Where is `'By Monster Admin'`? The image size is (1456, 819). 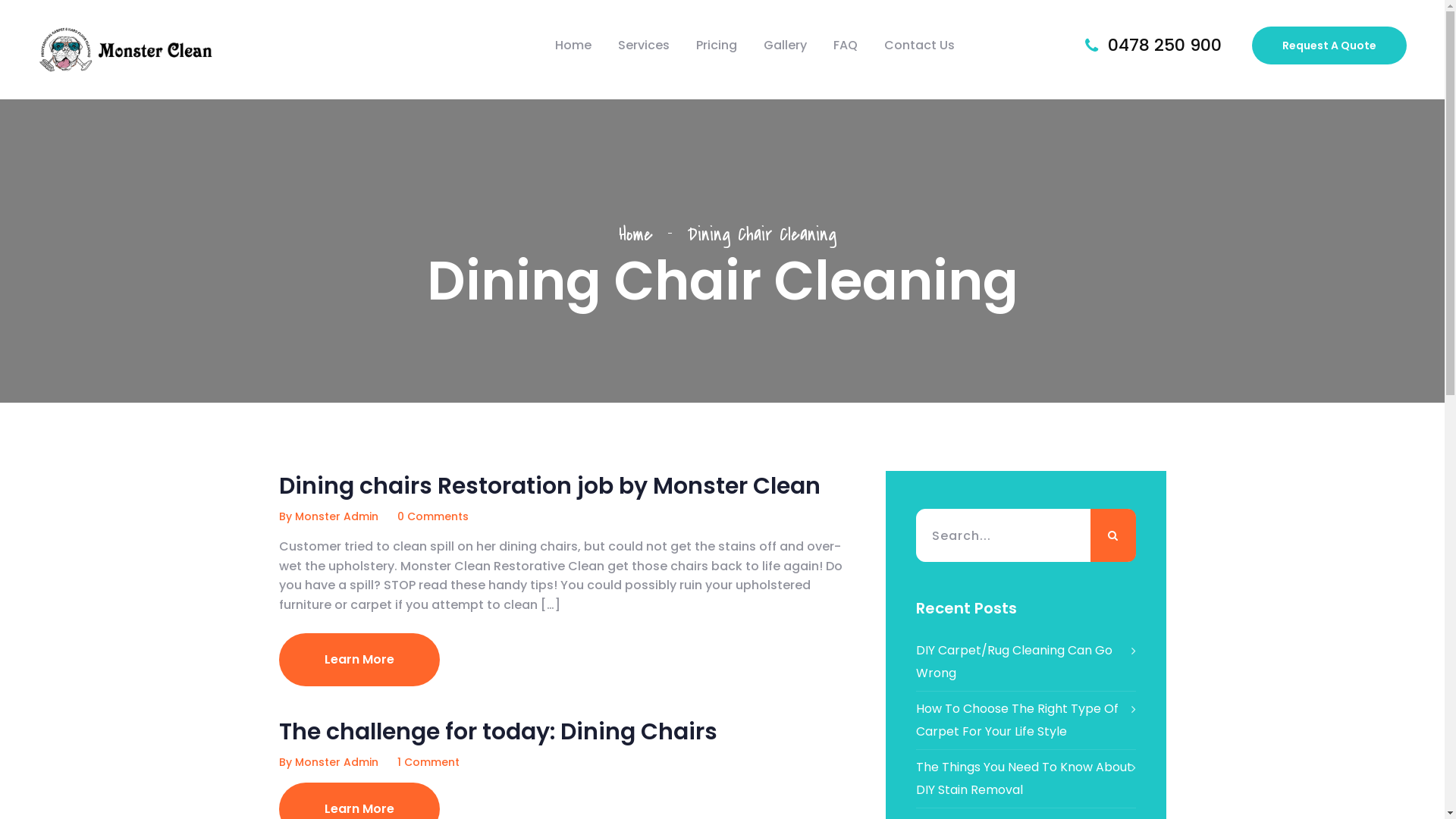
'By Monster Admin' is located at coordinates (328, 762).